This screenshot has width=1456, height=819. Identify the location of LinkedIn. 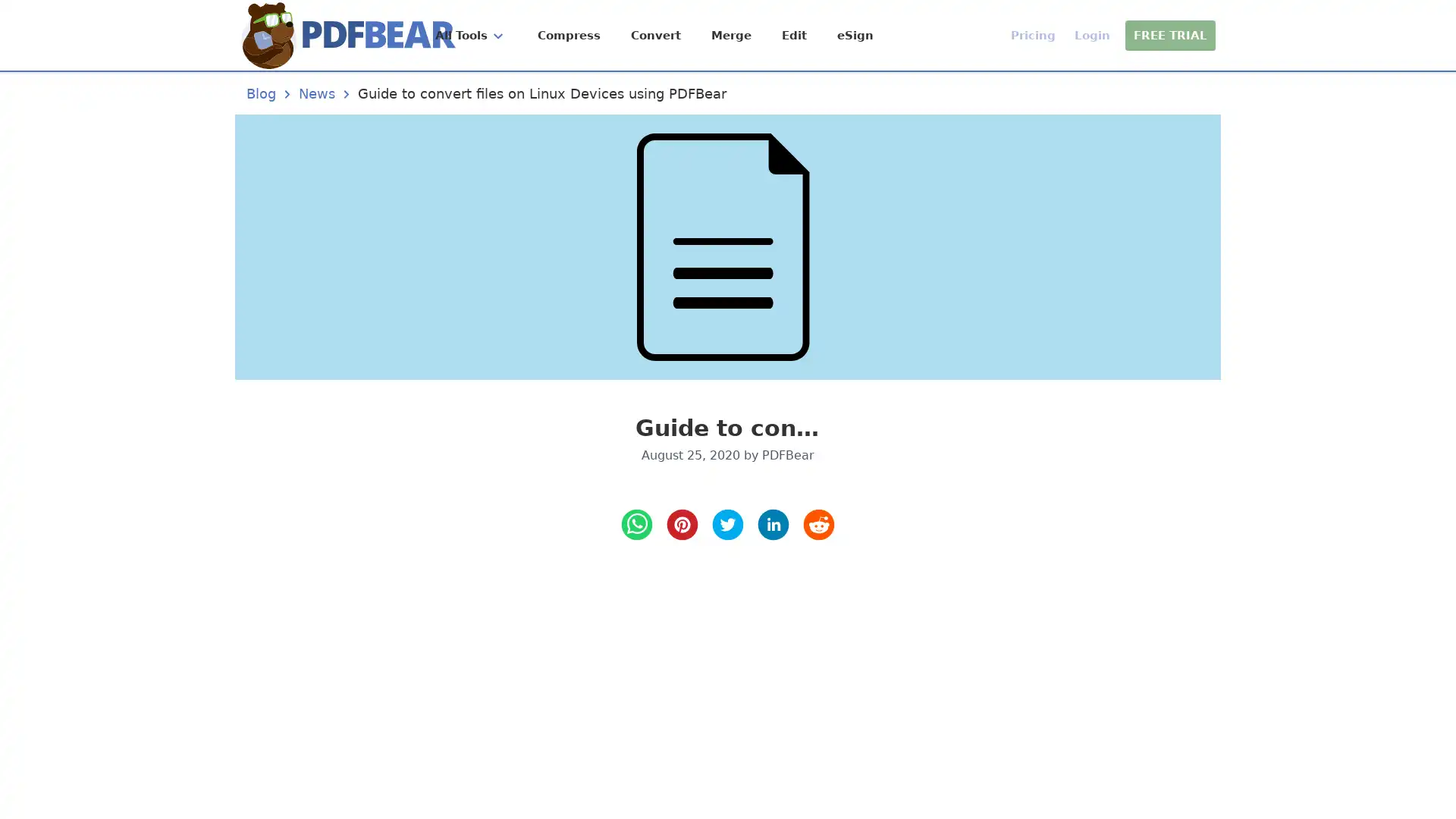
(773, 523).